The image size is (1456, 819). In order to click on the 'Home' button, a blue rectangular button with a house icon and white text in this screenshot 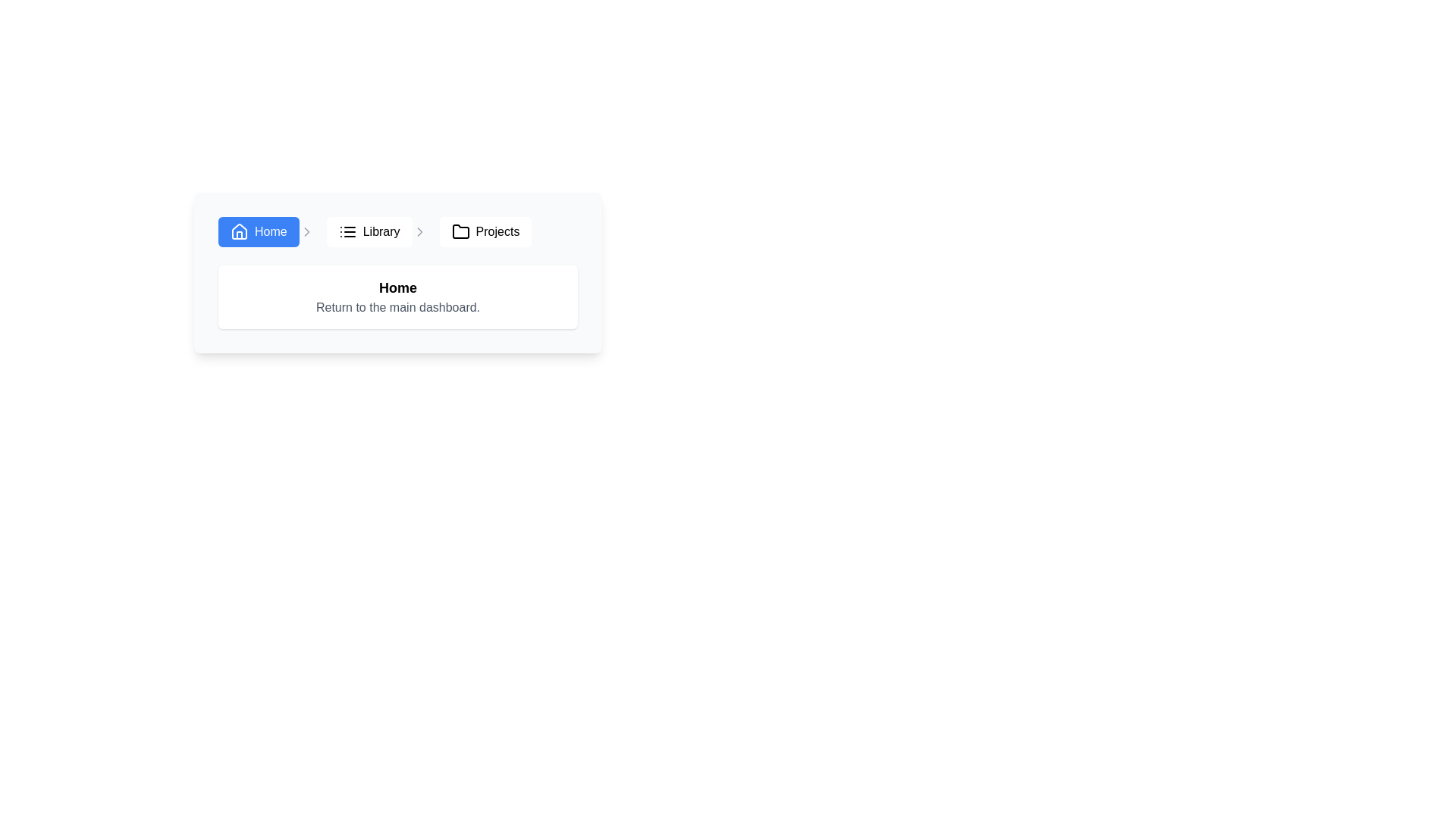, I will do `click(259, 231)`.